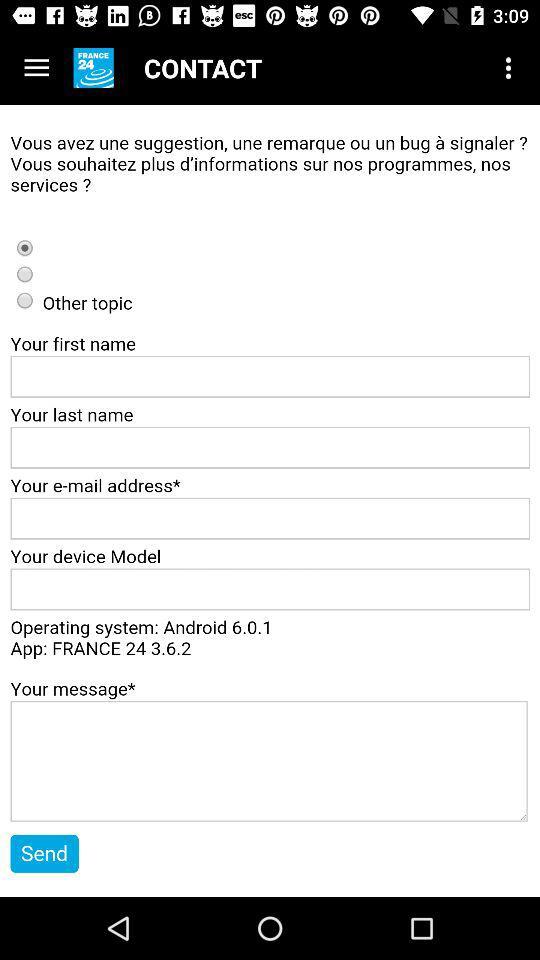 Image resolution: width=540 pixels, height=960 pixels. Describe the element at coordinates (36, 68) in the screenshot. I see `menu` at that location.